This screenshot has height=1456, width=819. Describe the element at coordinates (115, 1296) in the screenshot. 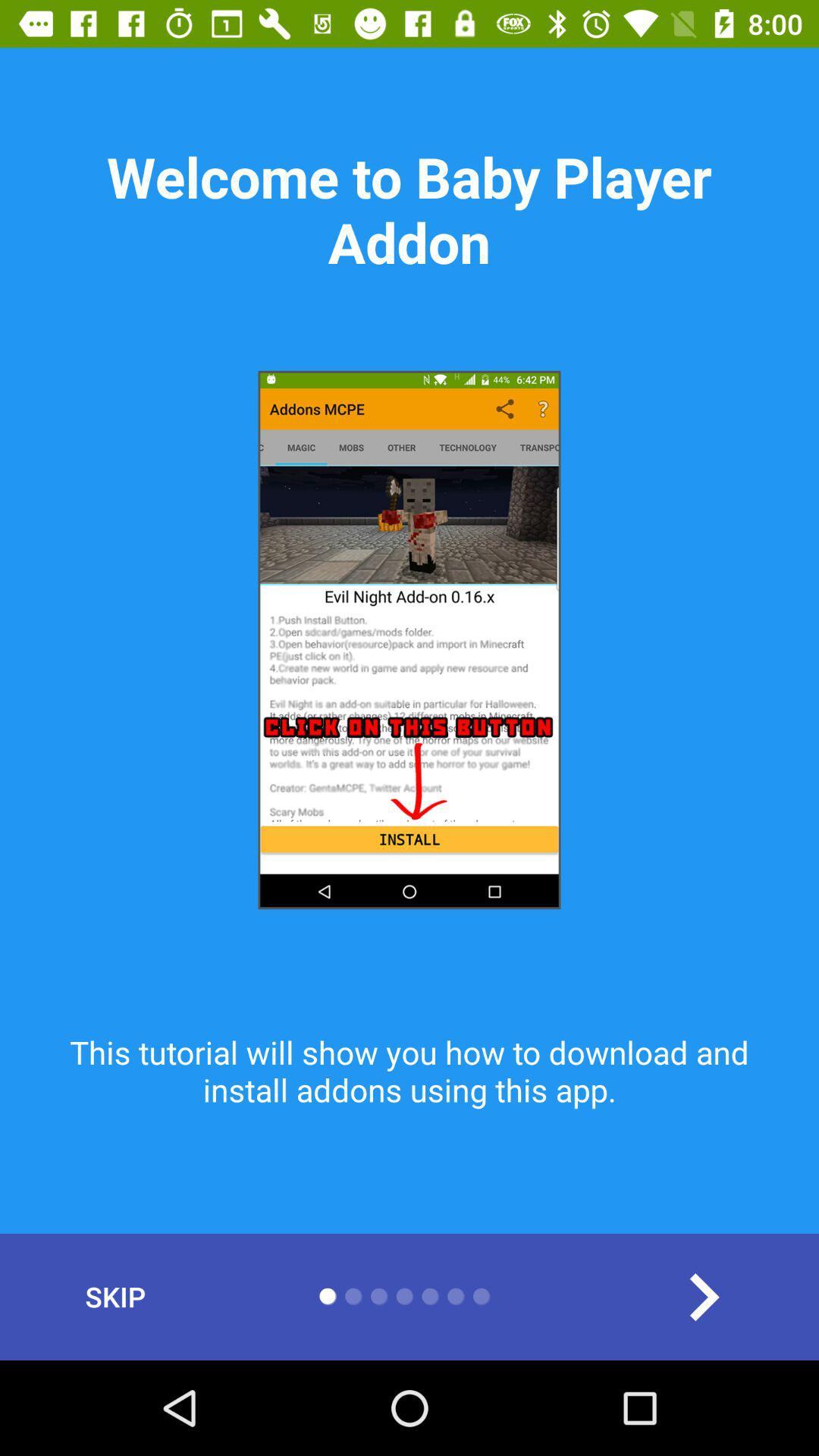

I see `skip` at that location.